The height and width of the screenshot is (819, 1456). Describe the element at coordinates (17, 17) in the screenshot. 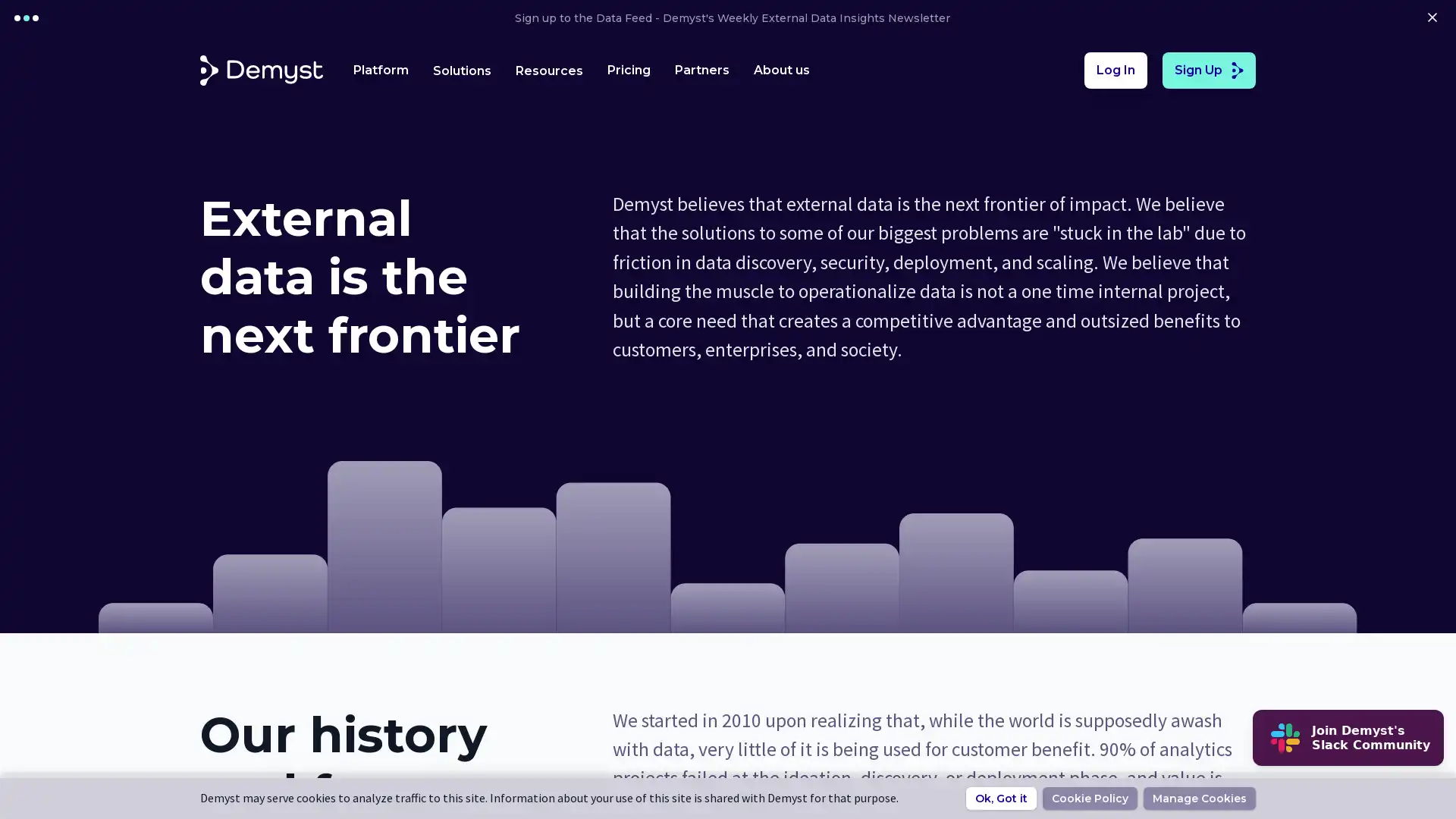

I see `Banner control button 0` at that location.